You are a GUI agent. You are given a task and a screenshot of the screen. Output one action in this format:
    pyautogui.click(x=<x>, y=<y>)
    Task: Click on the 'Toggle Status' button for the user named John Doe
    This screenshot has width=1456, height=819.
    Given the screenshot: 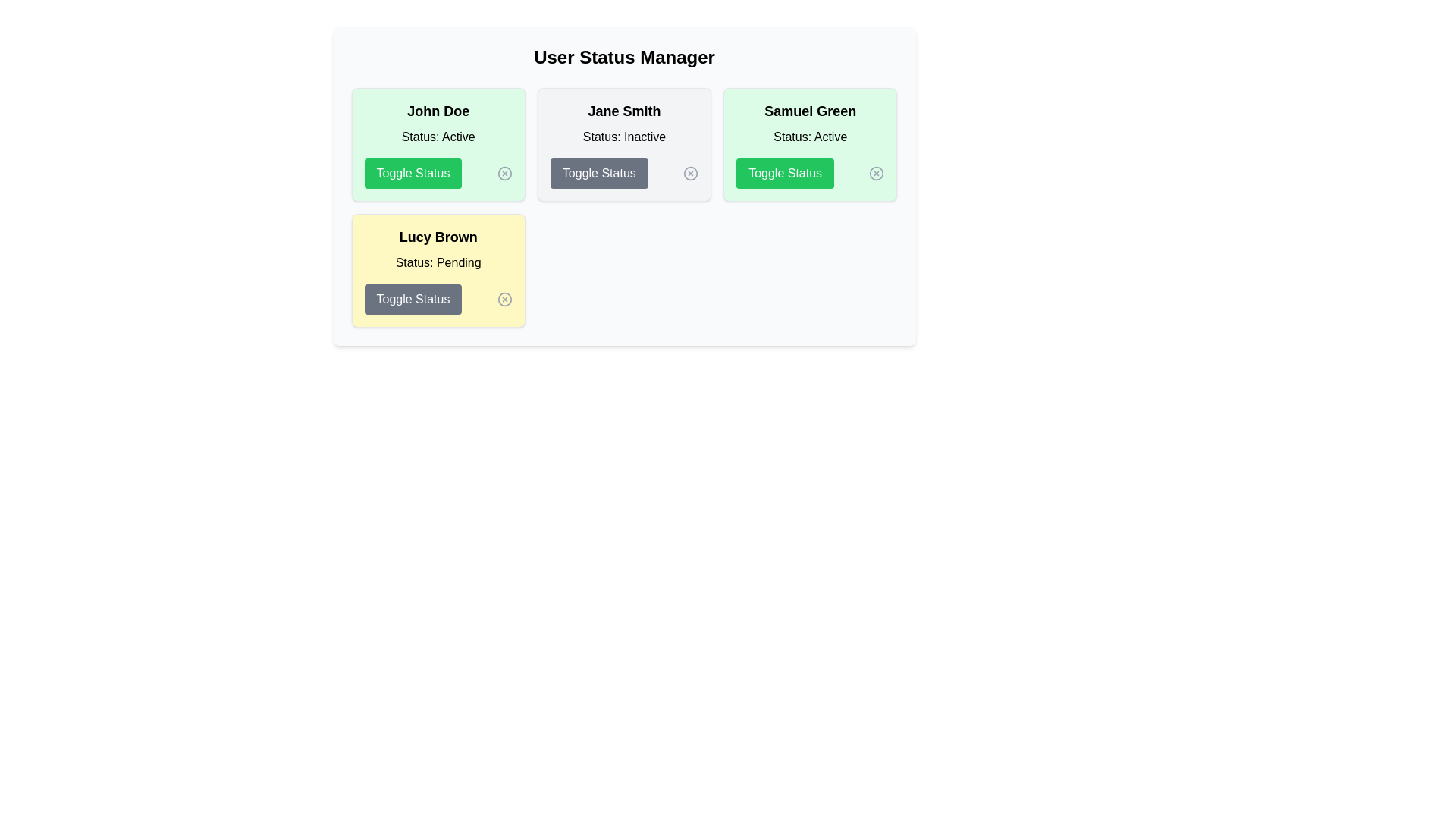 What is the action you would take?
    pyautogui.click(x=413, y=172)
    